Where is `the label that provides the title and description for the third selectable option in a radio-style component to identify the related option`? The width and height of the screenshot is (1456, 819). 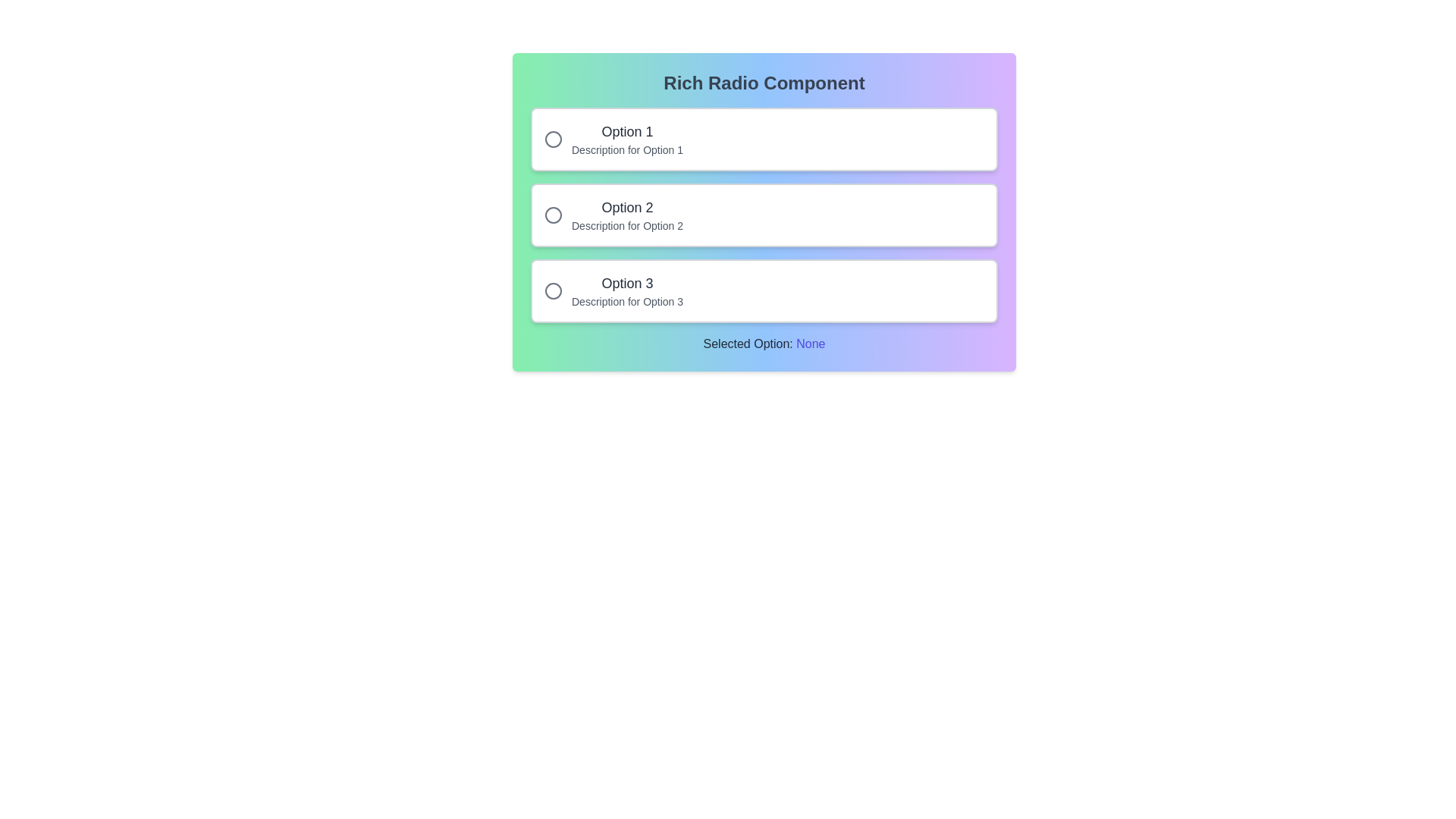 the label that provides the title and description for the third selectable option in a radio-style component to identify the related option is located at coordinates (627, 291).